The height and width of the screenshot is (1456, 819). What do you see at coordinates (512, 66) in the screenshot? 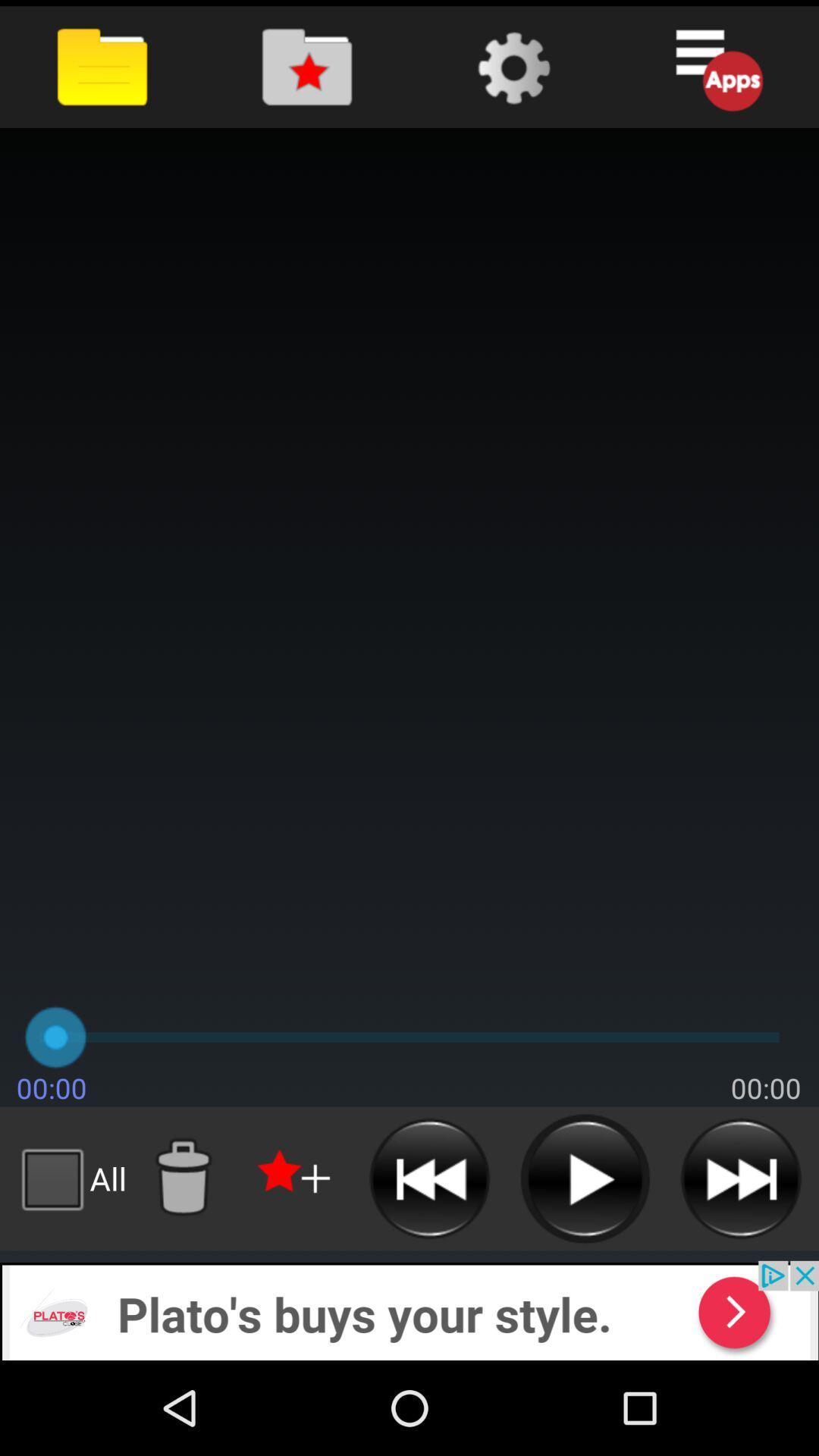
I see `settings` at bounding box center [512, 66].